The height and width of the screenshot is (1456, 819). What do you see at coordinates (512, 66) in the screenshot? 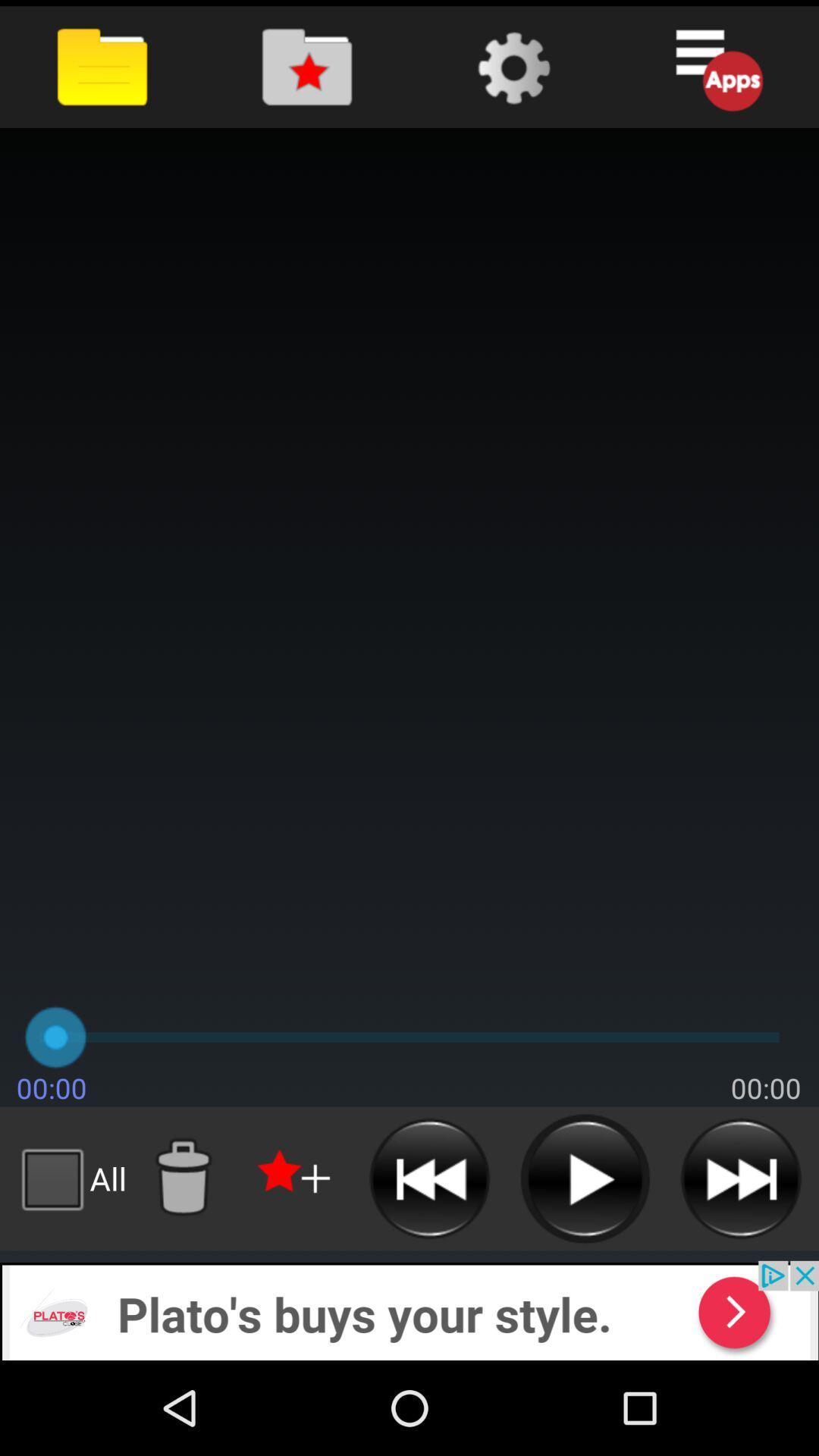
I see `settings` at bounding box center [512, 66].